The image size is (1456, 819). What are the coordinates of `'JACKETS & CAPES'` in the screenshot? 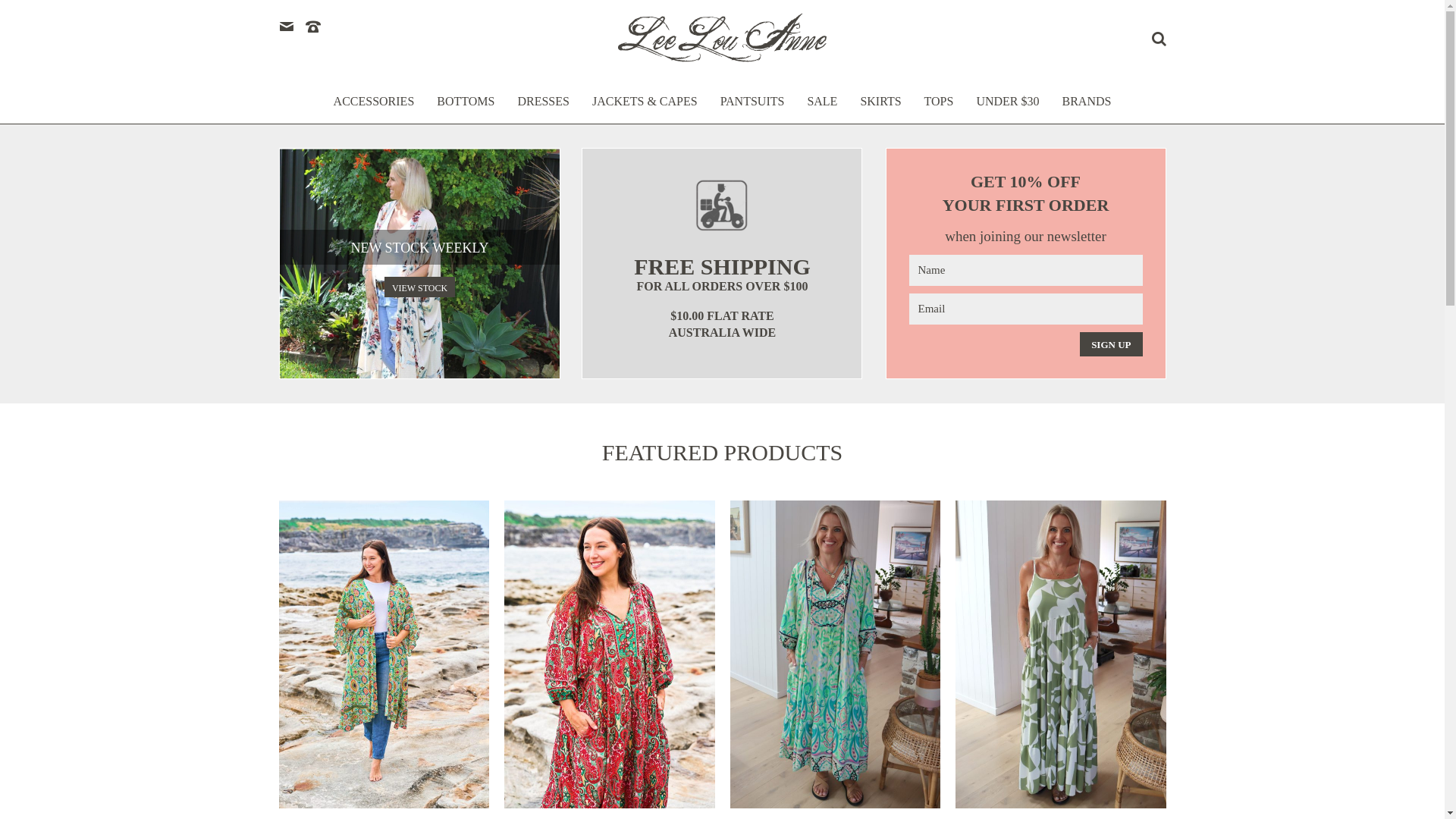 It's located at (645, 108).